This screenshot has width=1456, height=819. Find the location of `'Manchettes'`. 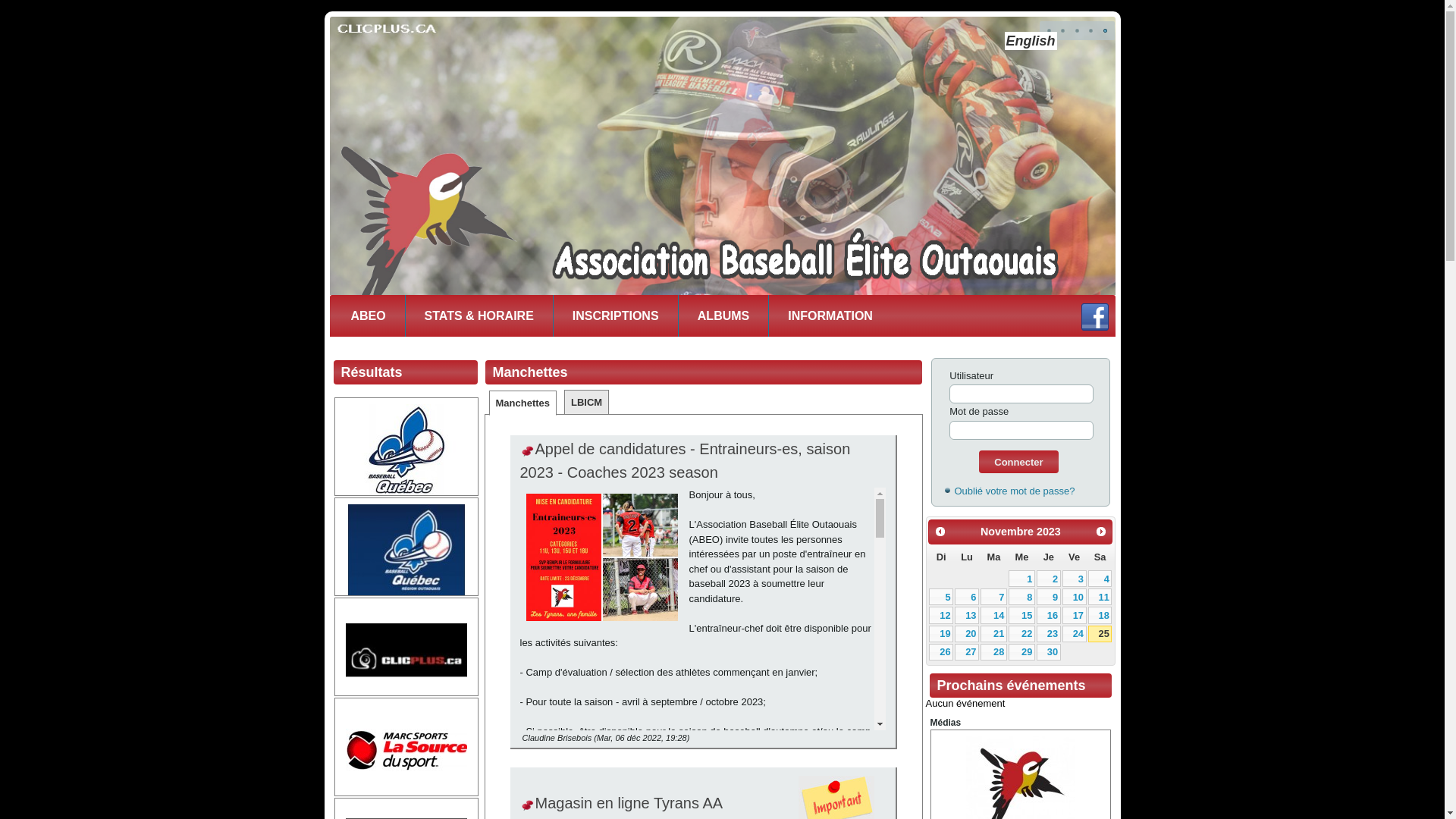

'Manchettes' is located at coordinates (523, 402).